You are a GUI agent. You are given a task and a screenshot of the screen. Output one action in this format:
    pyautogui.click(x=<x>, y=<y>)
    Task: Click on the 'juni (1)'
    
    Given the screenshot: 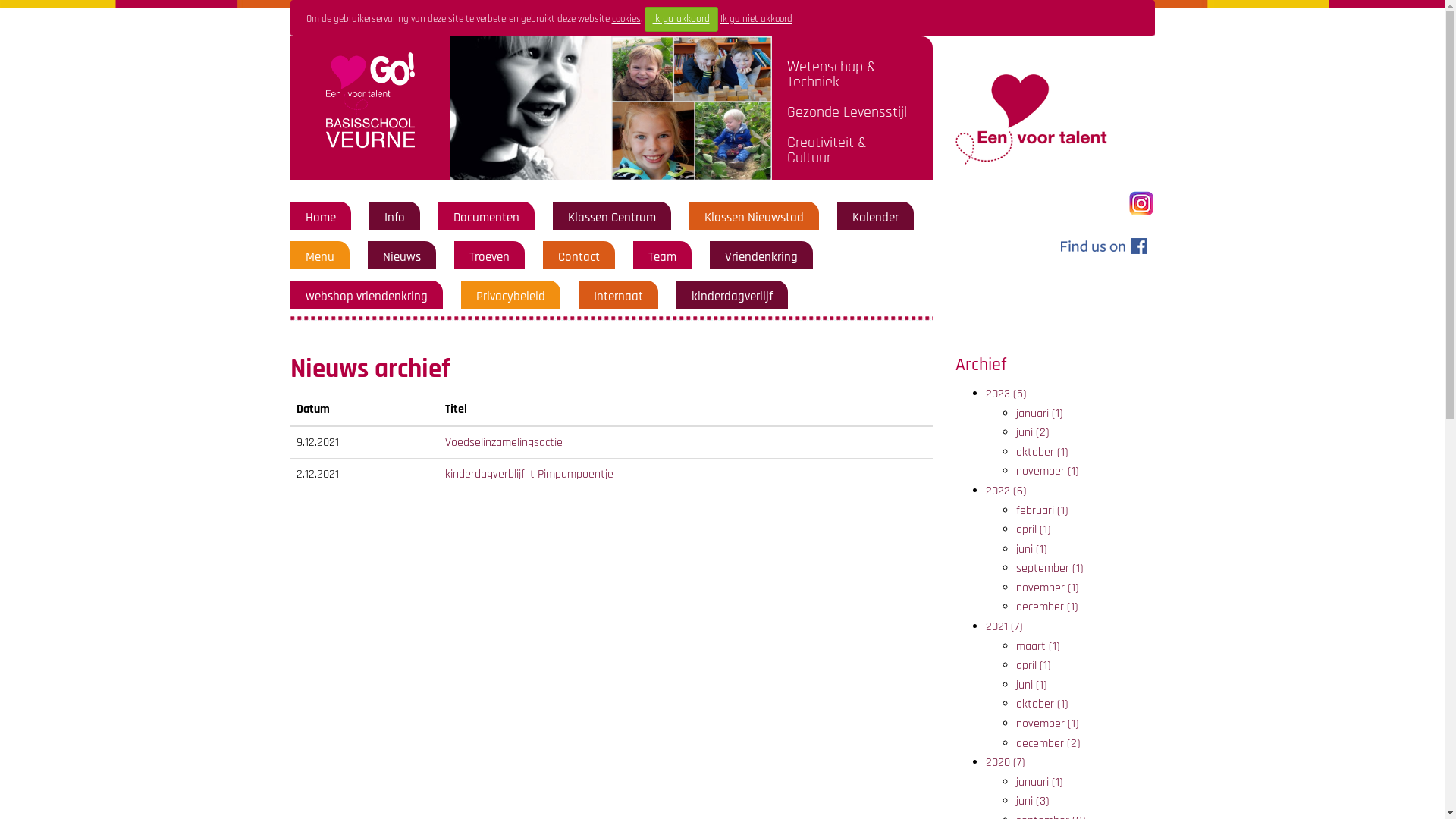 What is the action you would take?
    pyautogui.click(x=1031, y=549)
    